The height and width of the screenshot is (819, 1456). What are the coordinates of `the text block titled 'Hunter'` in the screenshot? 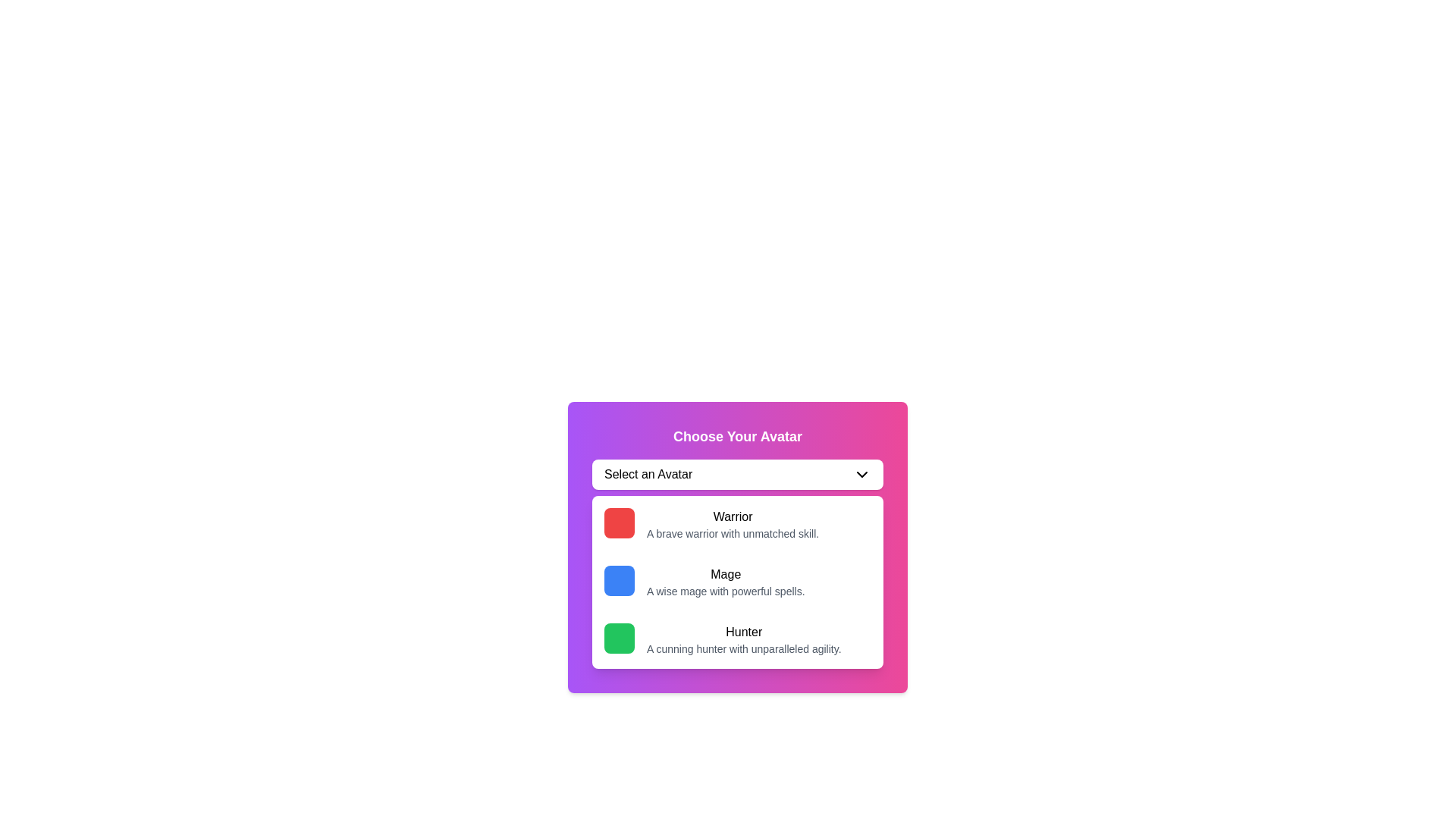 It's located at (744, 640).